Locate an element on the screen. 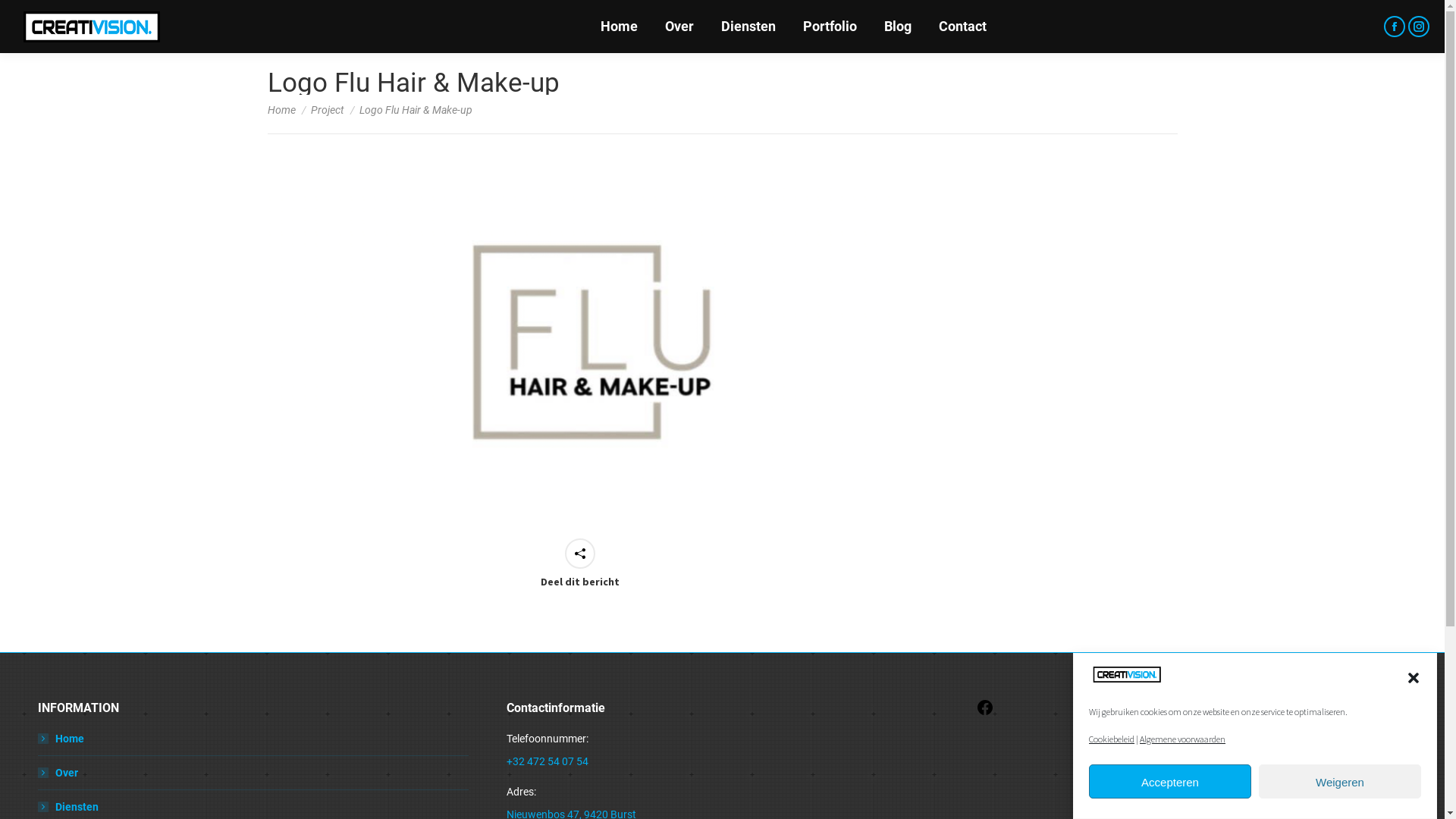 The width and height of the screenshot is (1456, 819). 'Over' is located at coordinates (58, 772).